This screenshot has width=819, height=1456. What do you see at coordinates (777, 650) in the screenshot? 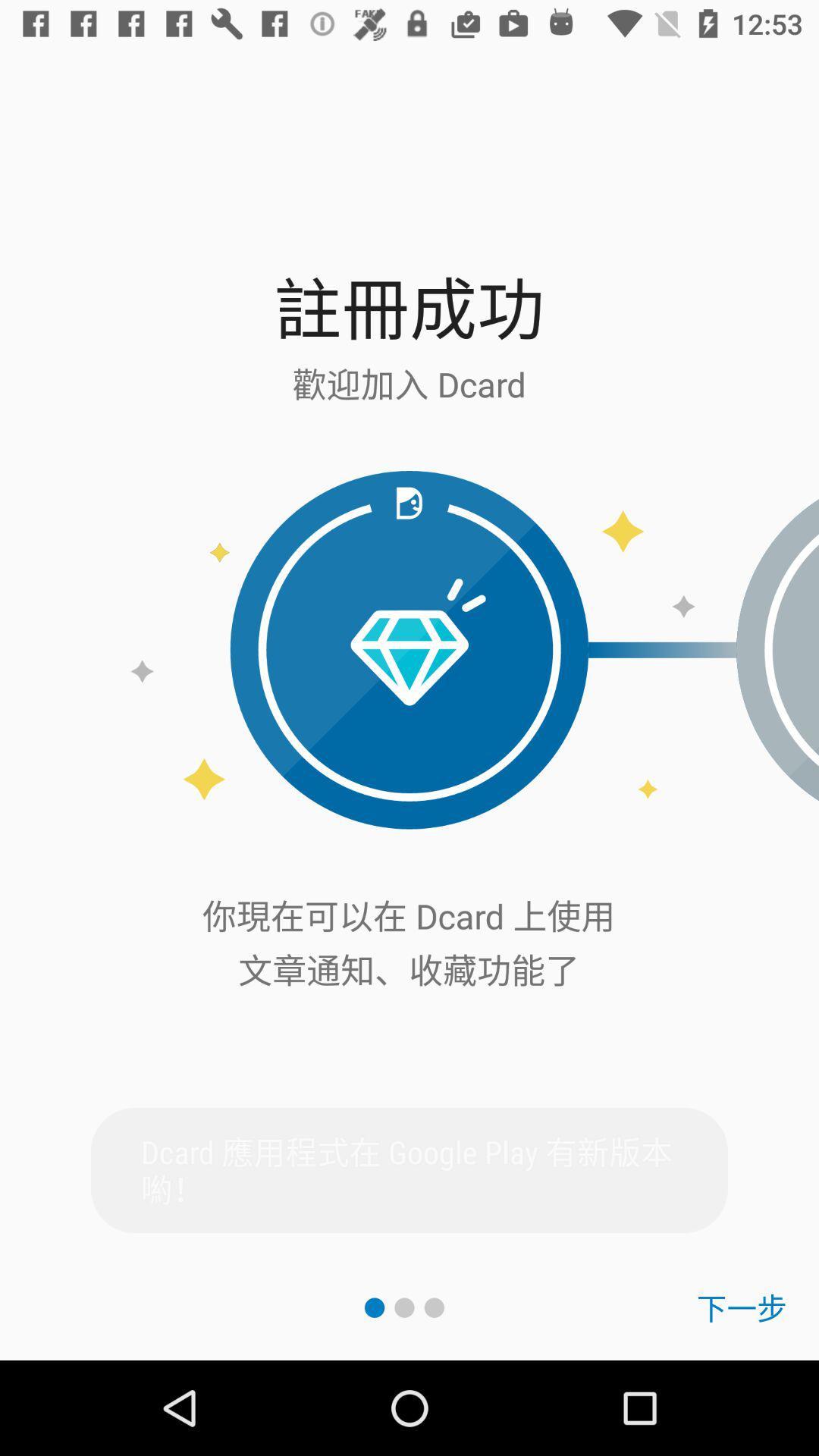
I see `the arrow_backward icon` at bounding box center [777, 650].